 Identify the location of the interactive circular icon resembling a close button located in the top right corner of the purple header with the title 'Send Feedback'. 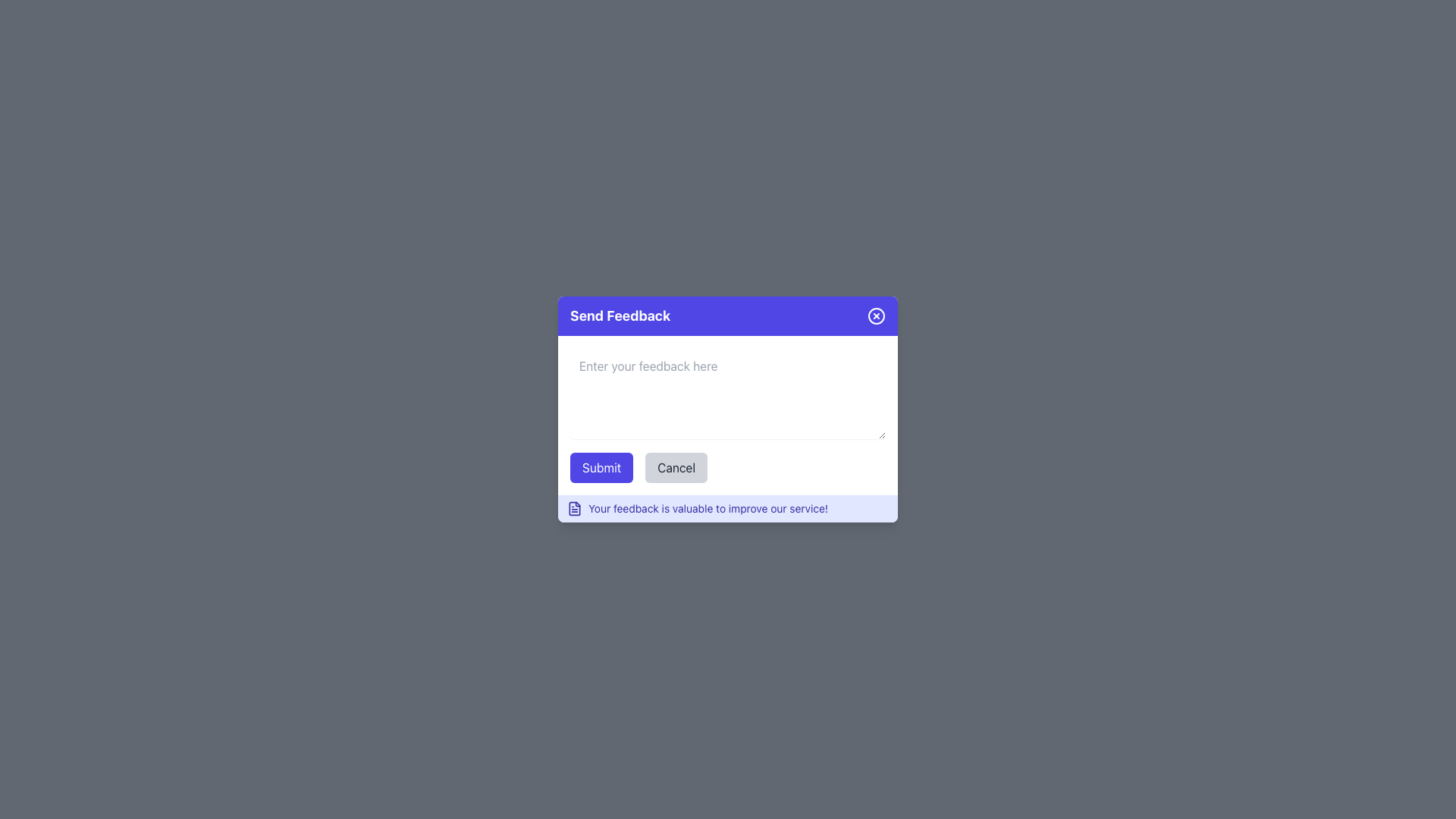
(877, 315).